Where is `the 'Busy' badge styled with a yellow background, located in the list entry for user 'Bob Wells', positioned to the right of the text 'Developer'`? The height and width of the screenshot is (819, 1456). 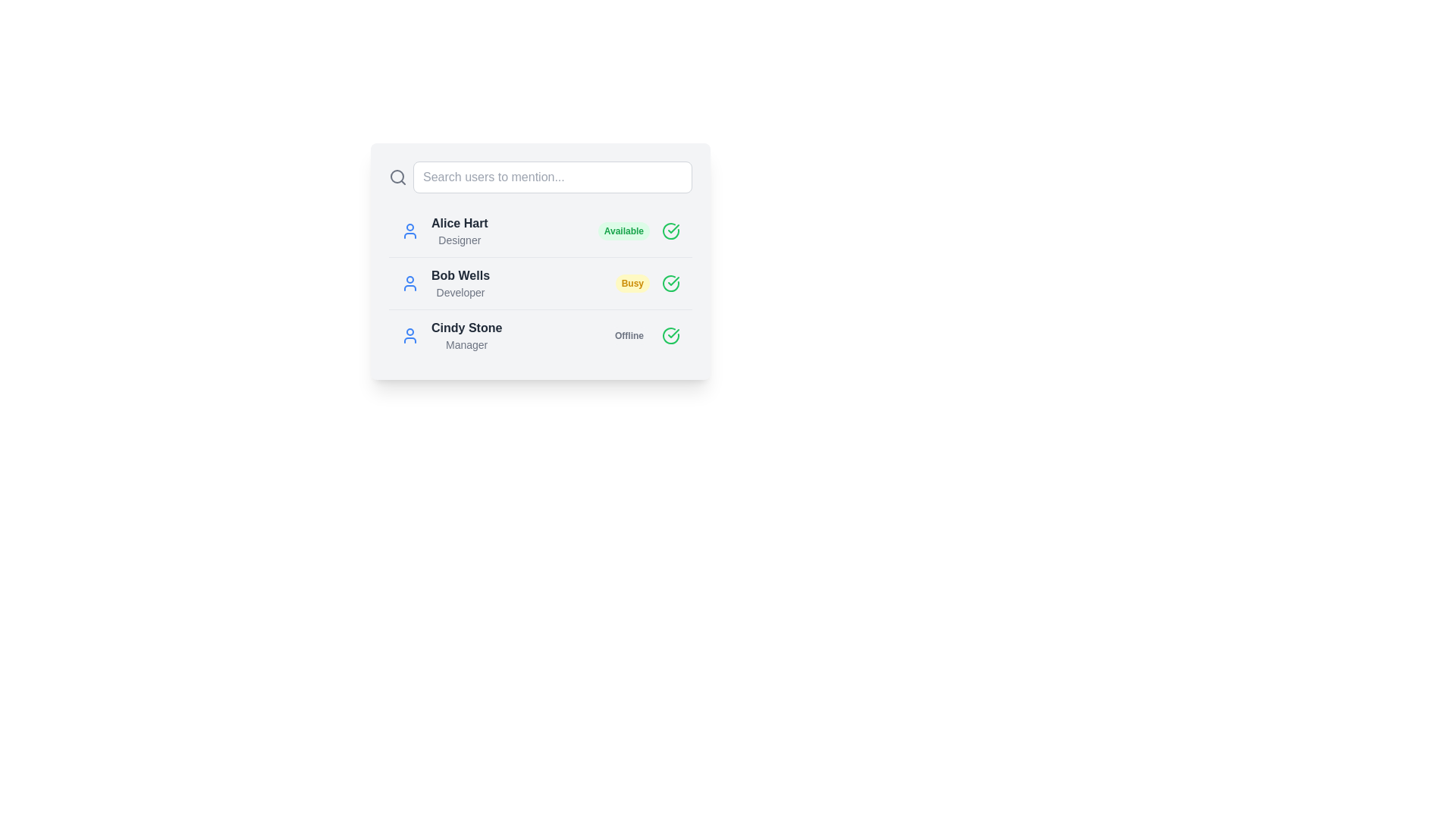
the 'Busy' badge styled with a yellow background, located in the list entry for user 'Bob Wells', positioned to the right of the text 'Developer' is located at coordinates (632, 284).